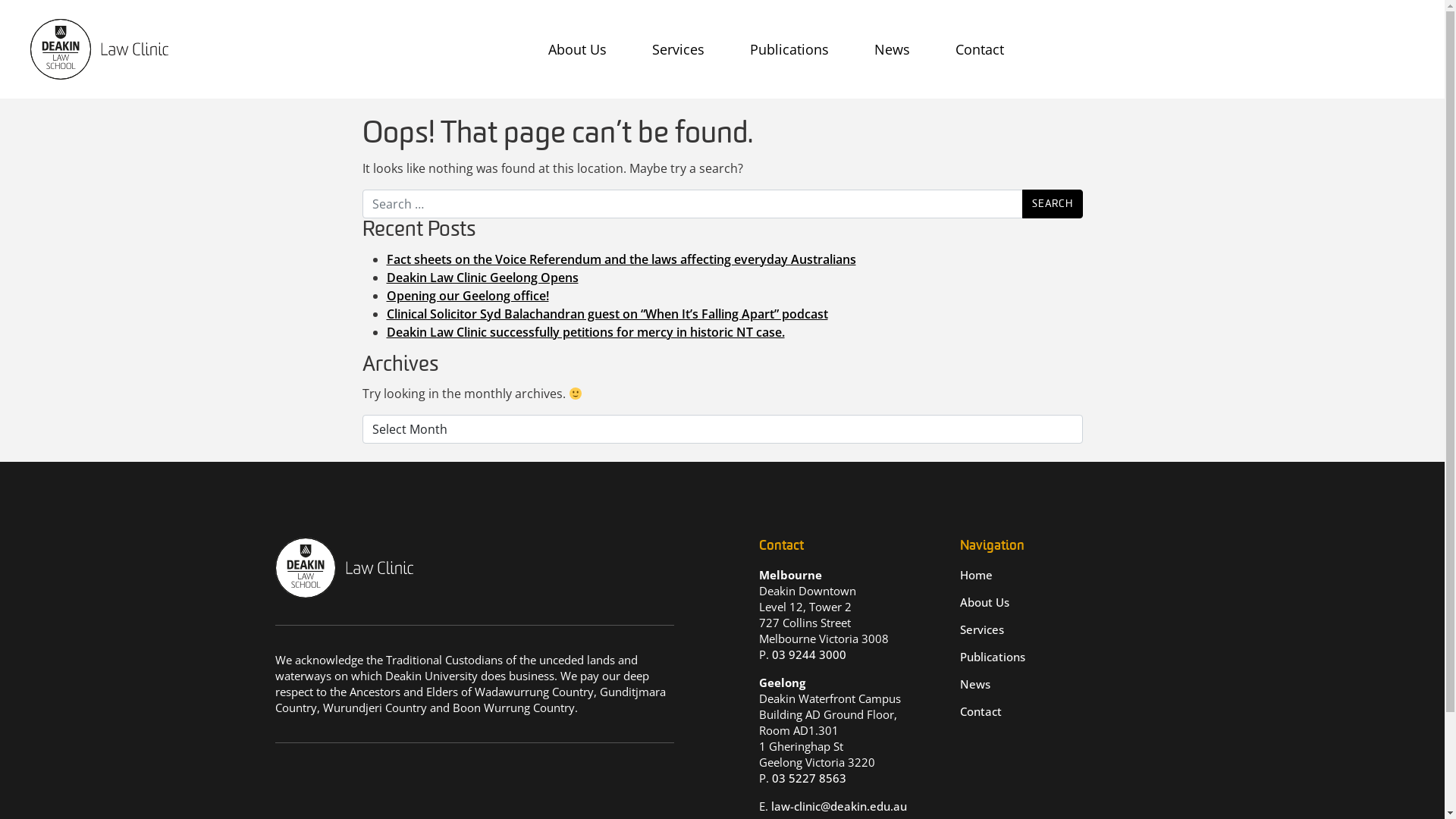  I want to click on 'law-clinic@deakin.edu.au', so click(837, 805).